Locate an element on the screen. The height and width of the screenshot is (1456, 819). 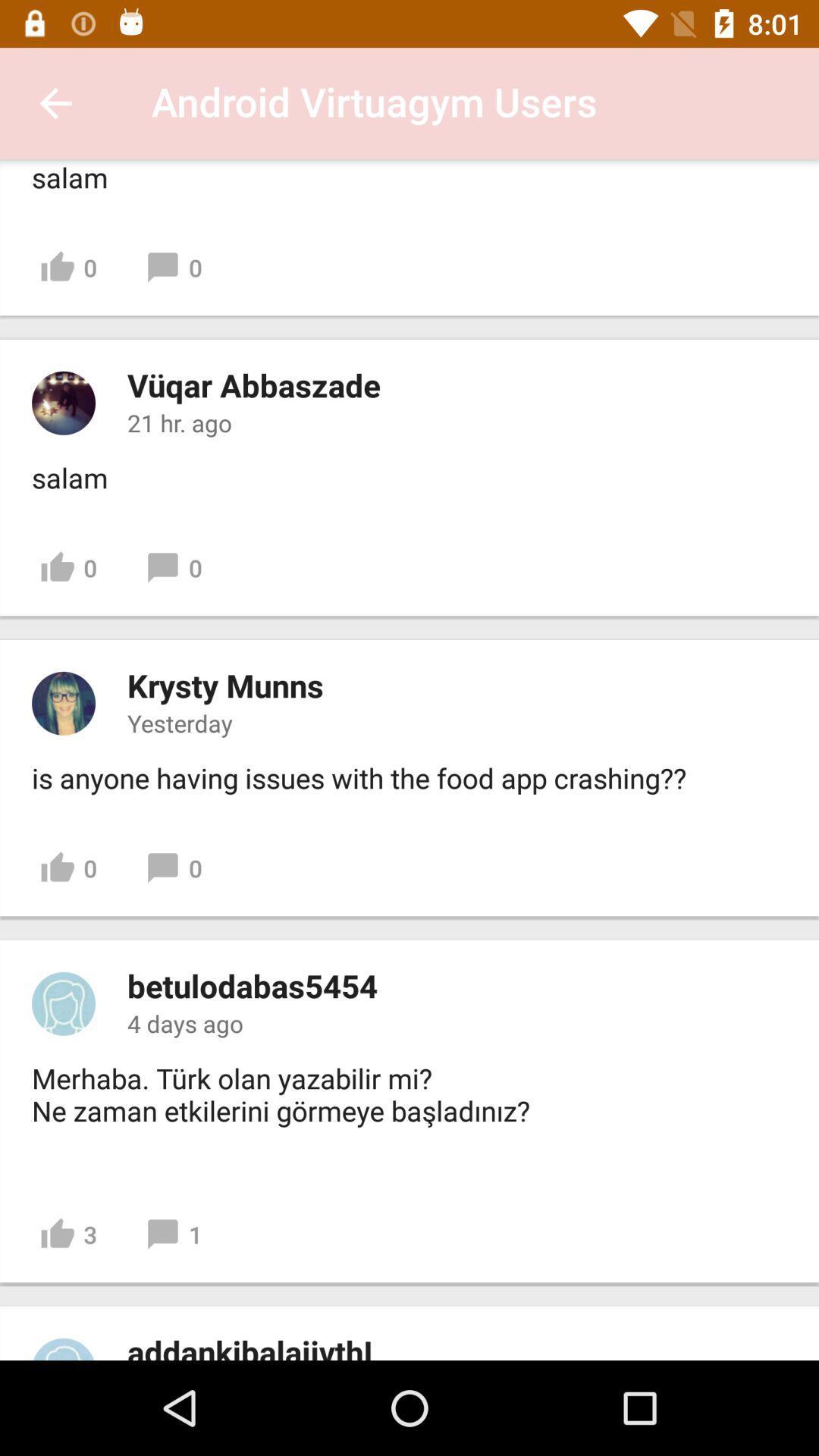
link to user profile is located at coordinates (63, 403).